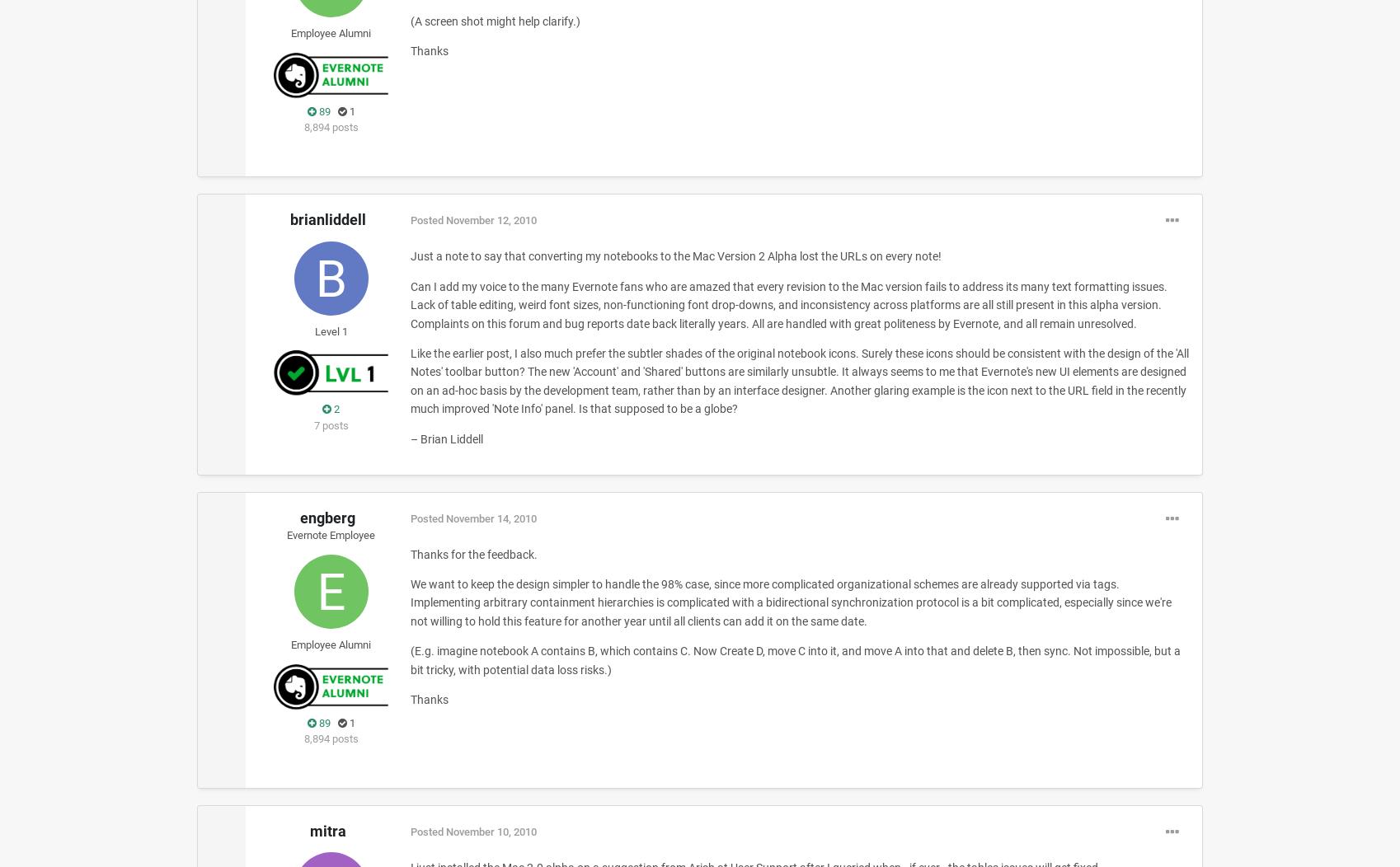  Describe the element at coordinates (327, 219) in the screenshot. I see `'brianliddell'` at that location.